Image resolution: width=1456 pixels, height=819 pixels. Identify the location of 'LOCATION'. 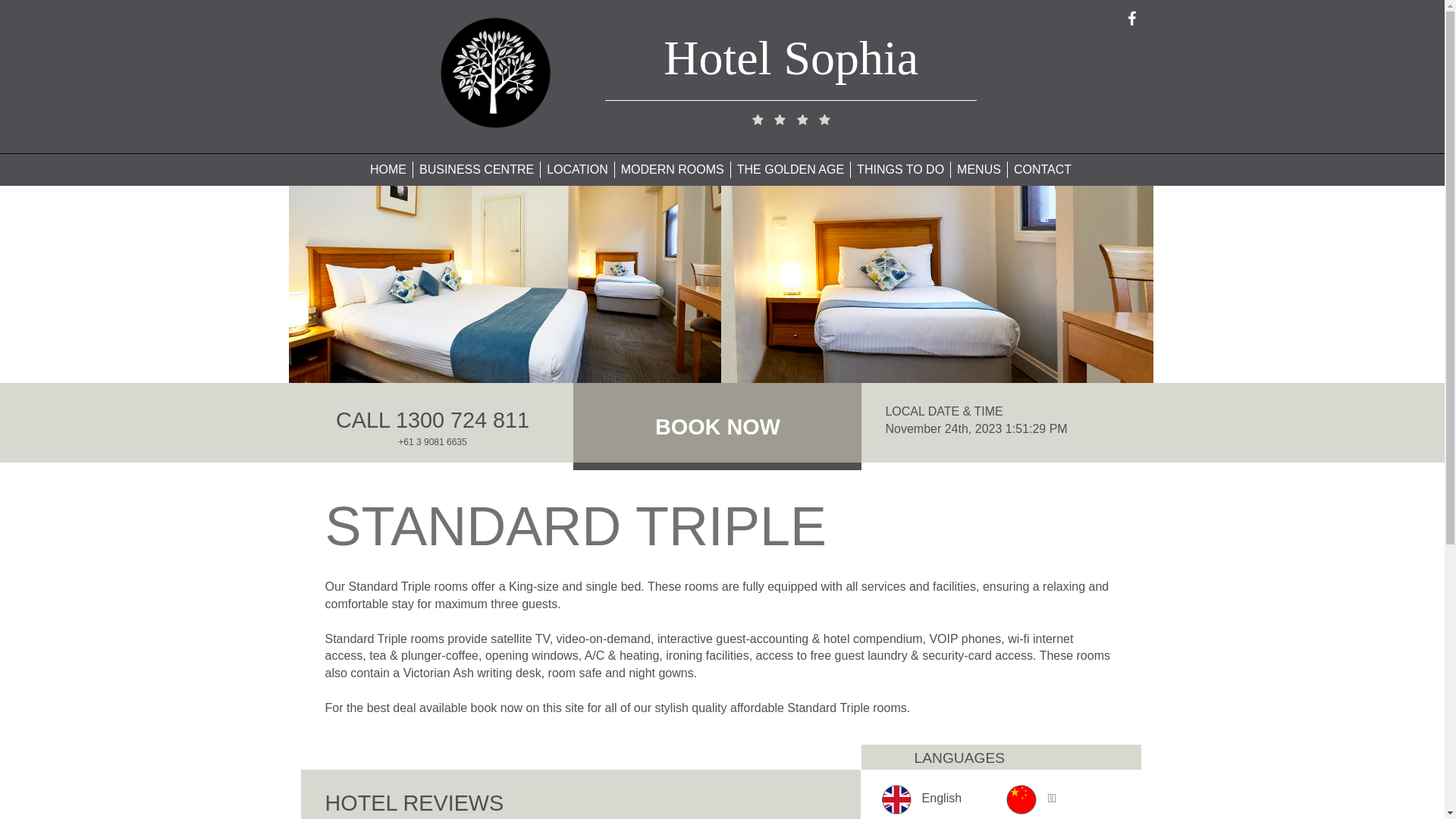
(576, 169).